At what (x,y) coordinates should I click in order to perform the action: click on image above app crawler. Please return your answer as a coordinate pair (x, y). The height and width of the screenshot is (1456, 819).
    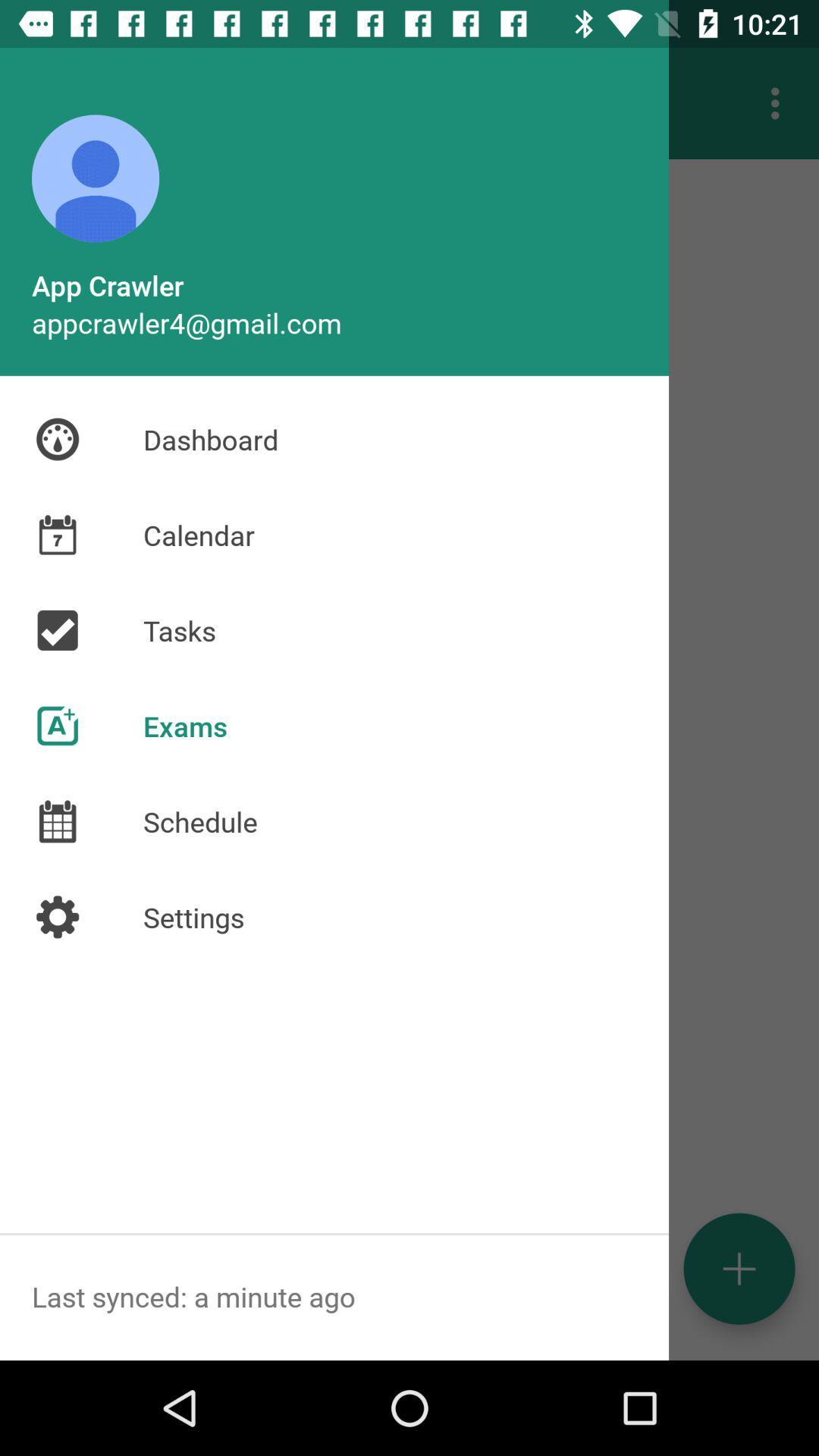
    Looking at the image, I should click on (96, 178).